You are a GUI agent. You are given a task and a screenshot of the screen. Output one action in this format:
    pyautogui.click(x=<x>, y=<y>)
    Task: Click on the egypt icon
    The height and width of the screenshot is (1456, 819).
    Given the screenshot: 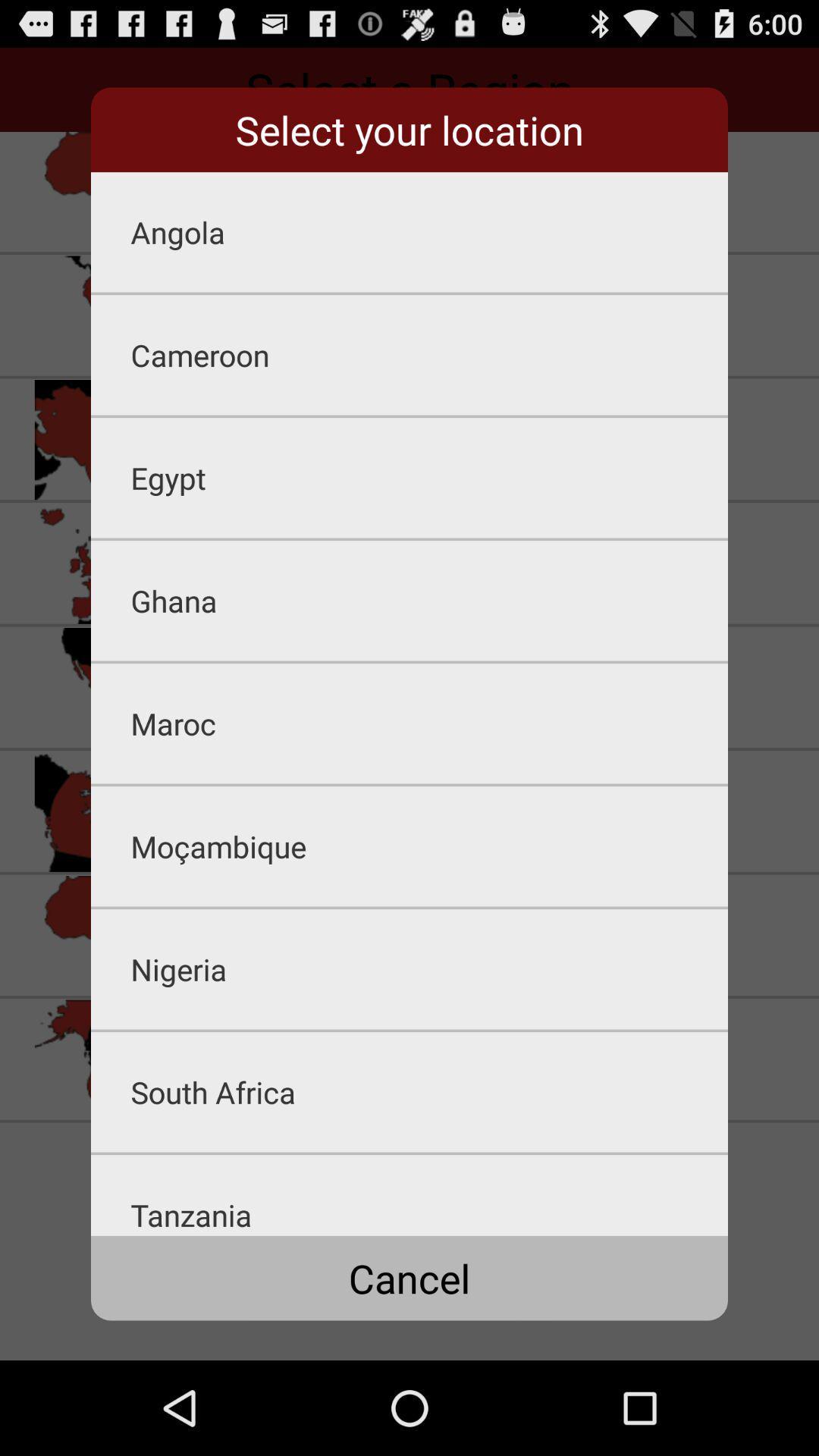 What is the action you would take?
    pyautogui.click(x=429, y=477)
    